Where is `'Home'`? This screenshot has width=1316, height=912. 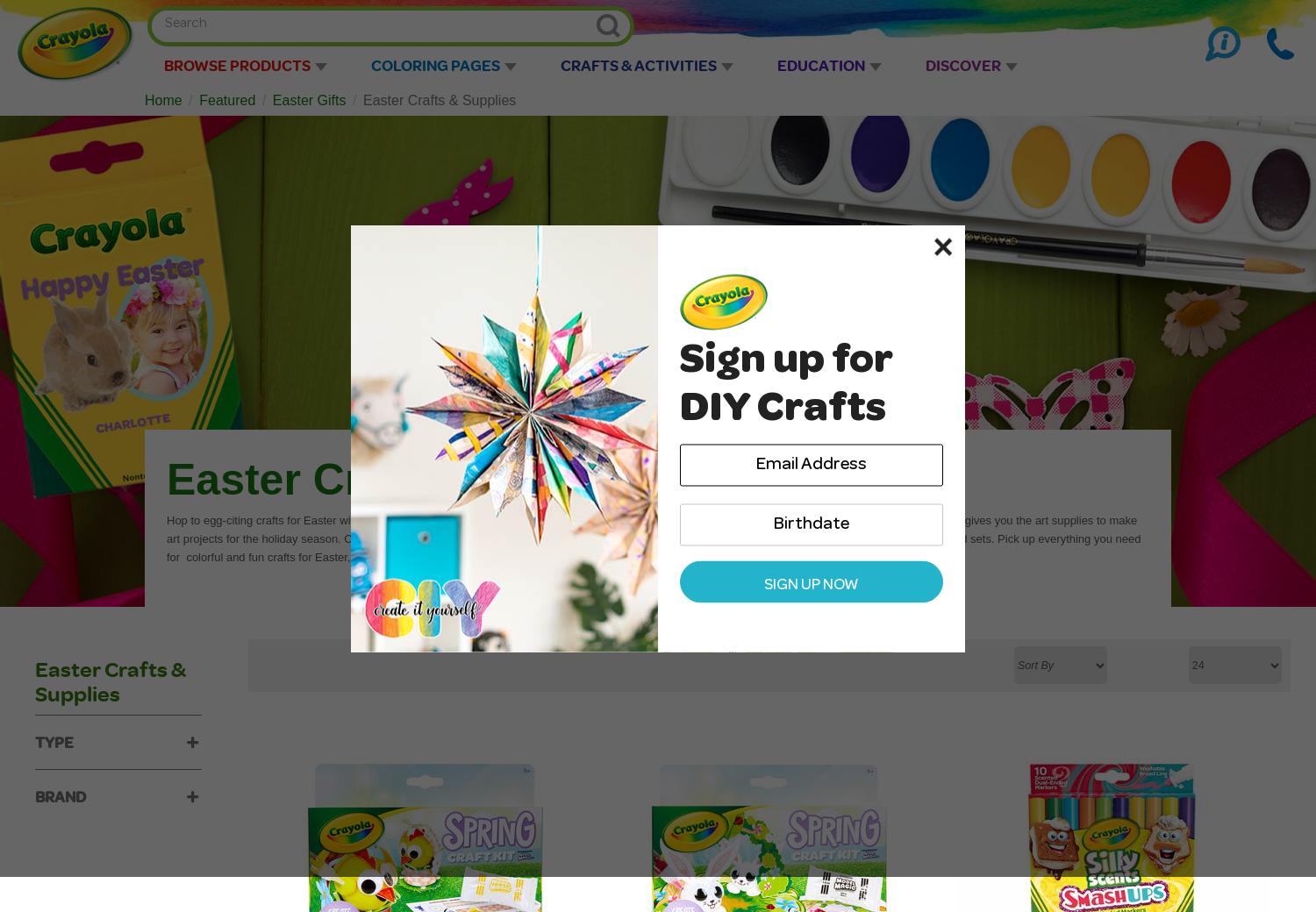 'Home' is located at coordinates (163, 99).